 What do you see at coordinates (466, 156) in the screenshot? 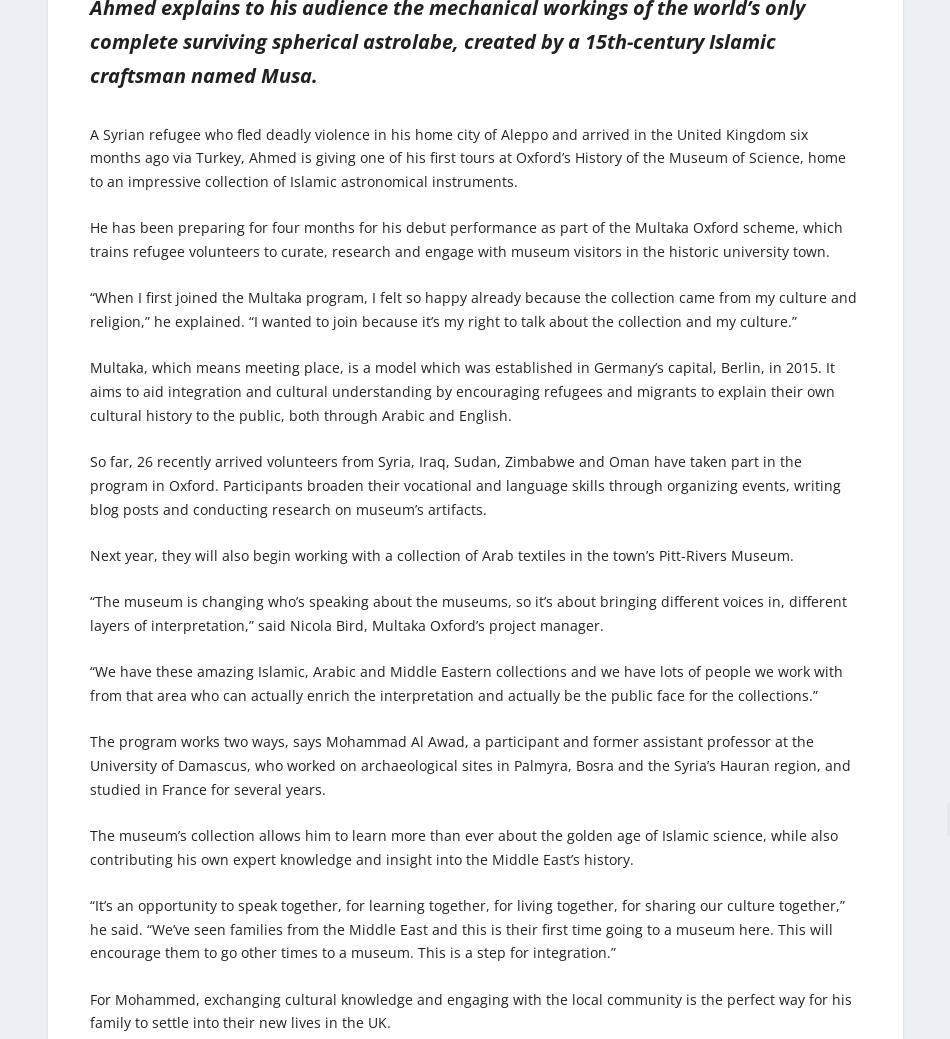
I see `'A Syrian refugee who fled deadly violence in his home city of Aleppo and arrived in the United Kingdom six months ago via Turkey, Ahmed is giving one of his first tours at Oxford’s History of the Museum of Science, home to an impressive collection of Islamic astronomical instruments.'` at bounding box center [466, 156].